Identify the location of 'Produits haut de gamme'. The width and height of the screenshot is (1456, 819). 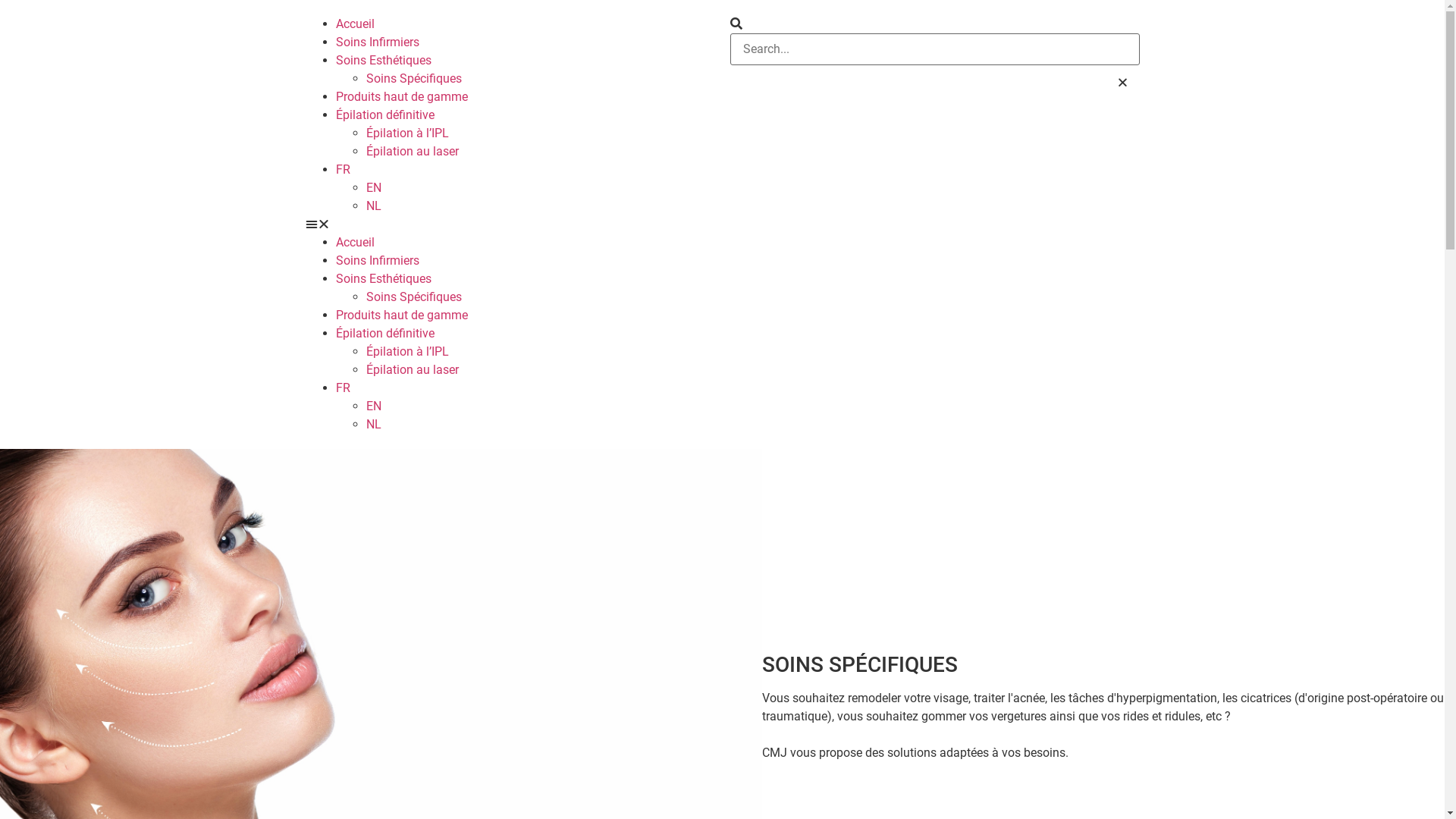
(334, 96).